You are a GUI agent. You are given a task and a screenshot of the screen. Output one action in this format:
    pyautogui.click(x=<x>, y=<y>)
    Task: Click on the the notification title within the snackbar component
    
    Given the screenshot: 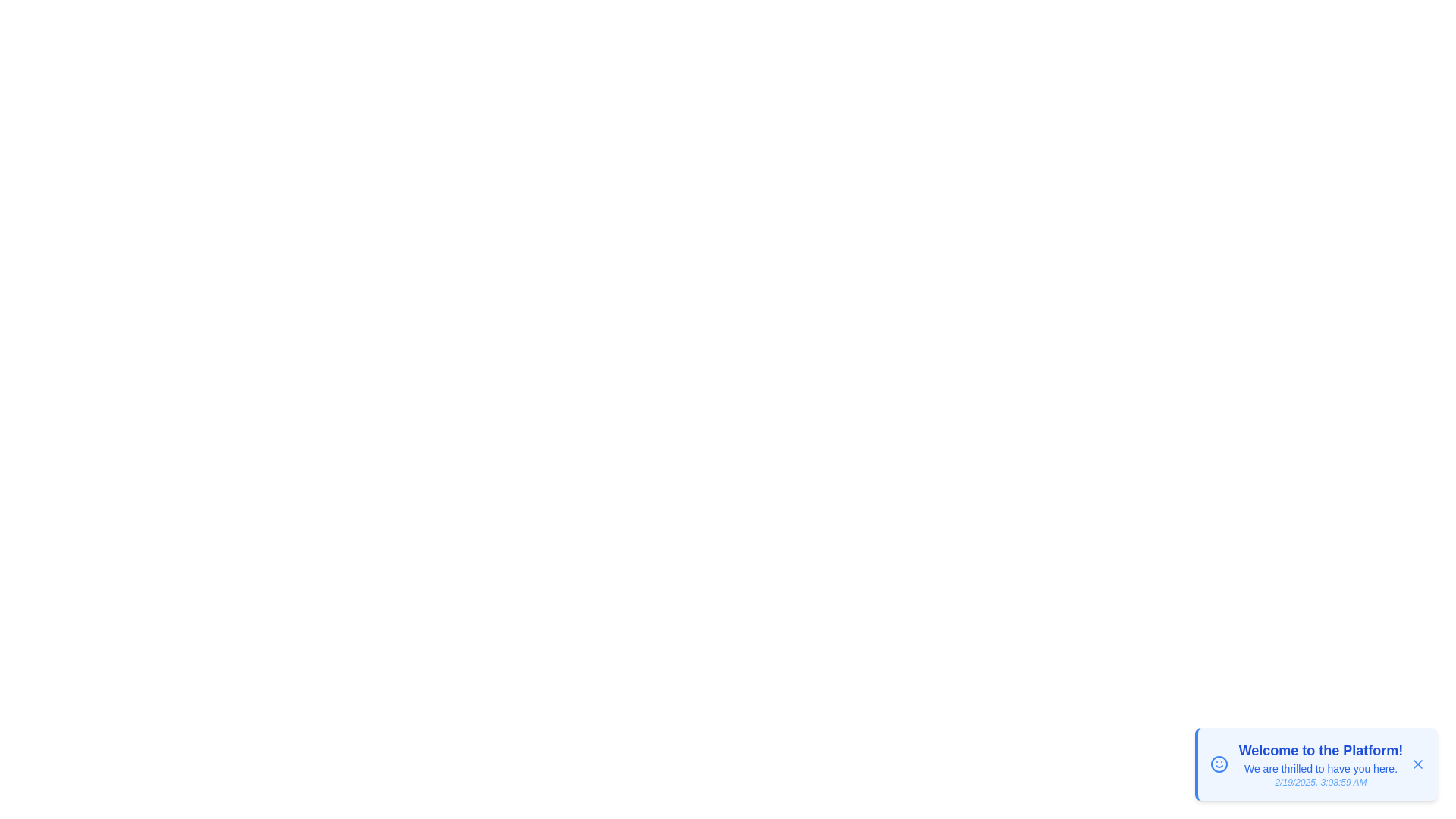 What is the action you would take?
    pyautogui.click(x=1320, y=751)
    